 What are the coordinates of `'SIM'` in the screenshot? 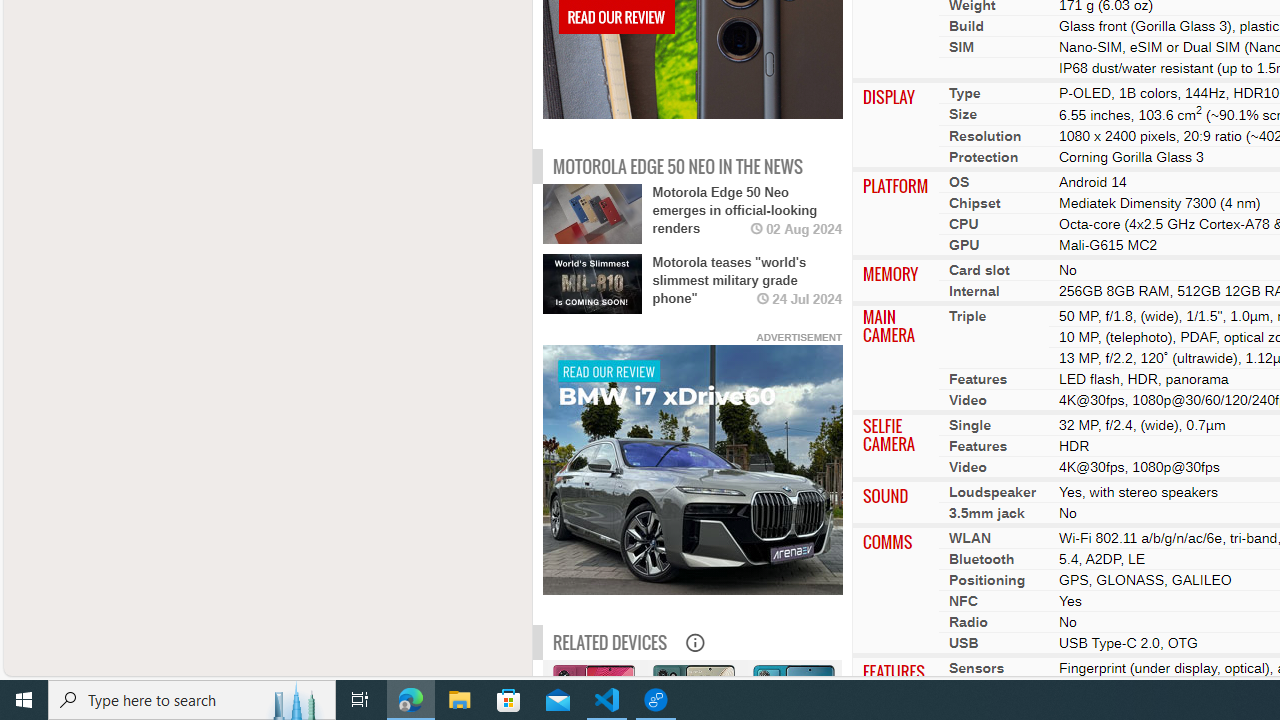 It's located at (961, 45).